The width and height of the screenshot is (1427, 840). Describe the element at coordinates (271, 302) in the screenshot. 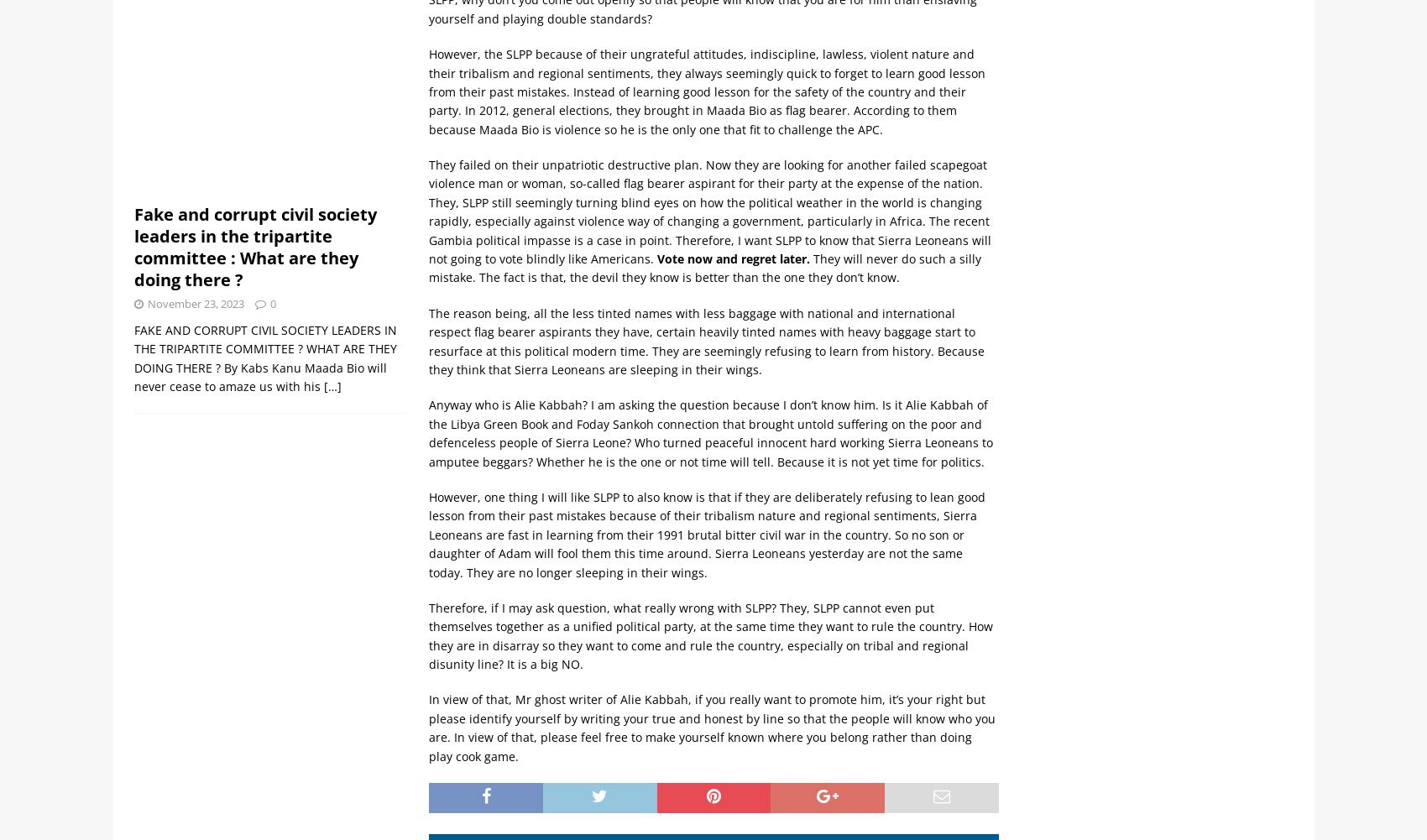

I see `'0'` at that location.